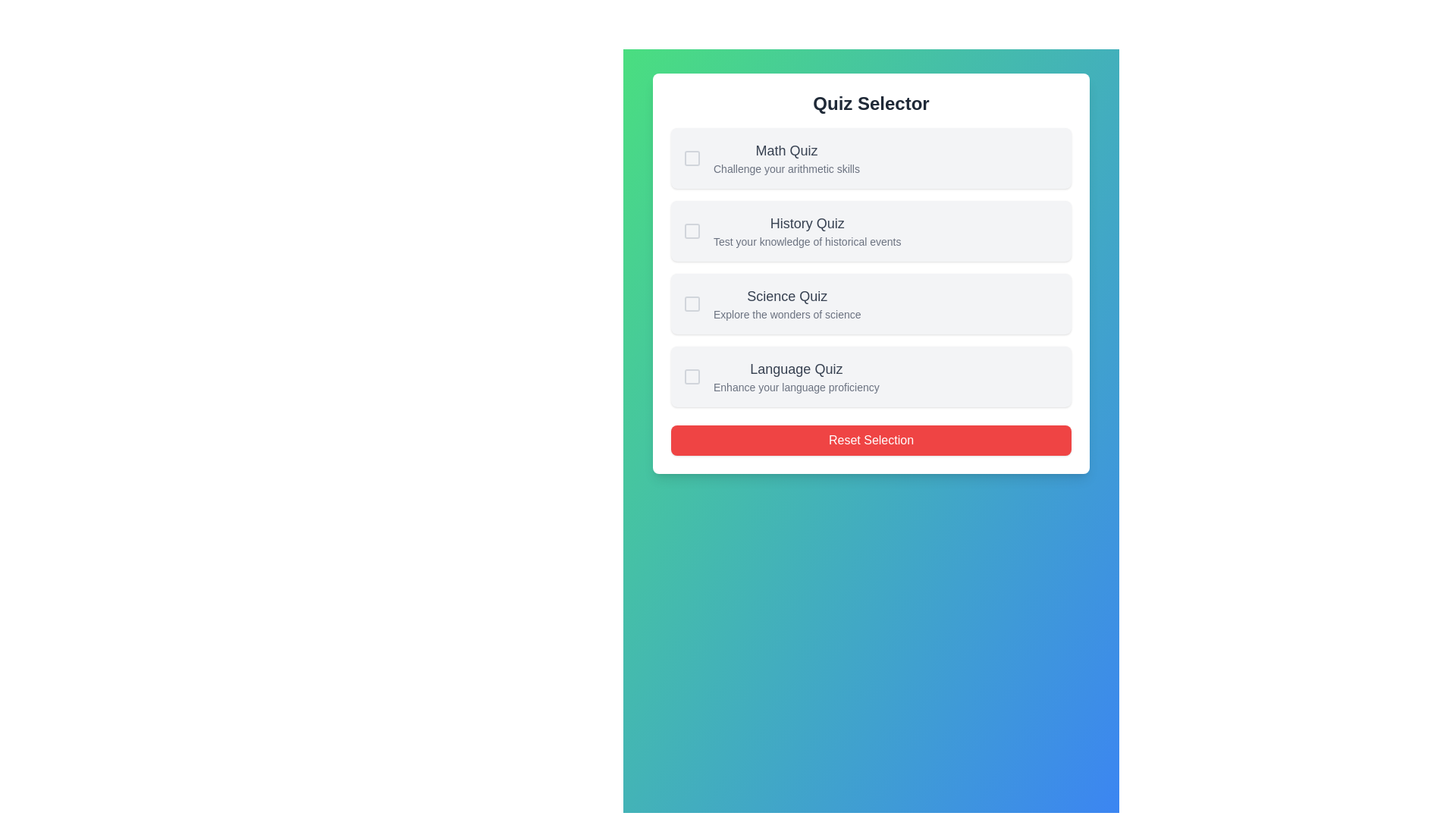 Image resolution: width=1456 pixels, height=819 pixels. What do you see at coordinates (871, 304) in the screenshot?
I see `the quiz card for Science Quiz` at bounding box center [871, 304].